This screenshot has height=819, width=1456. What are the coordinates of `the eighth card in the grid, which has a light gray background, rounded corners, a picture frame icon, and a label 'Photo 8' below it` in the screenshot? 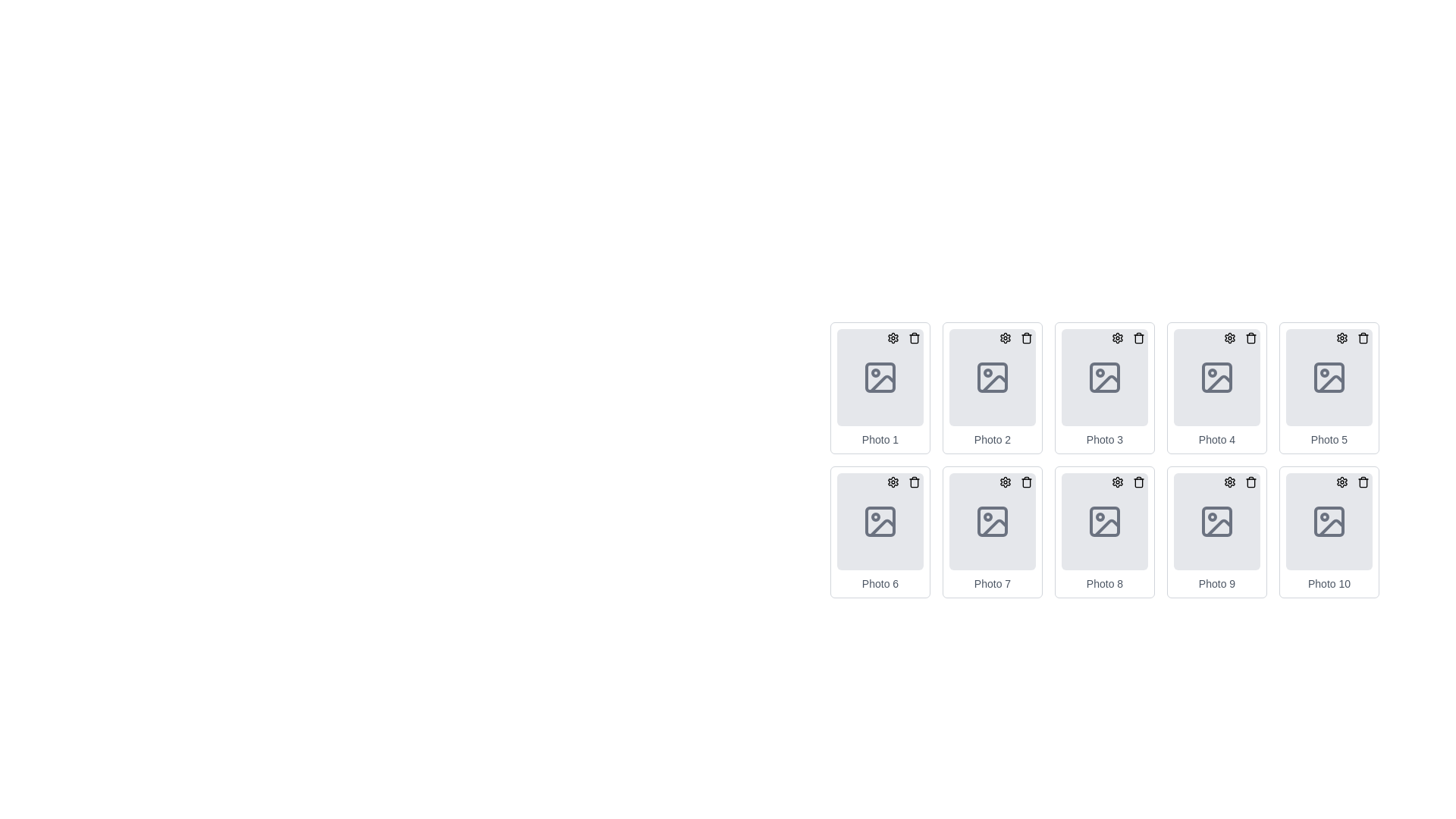 It's located at (1105, 532).